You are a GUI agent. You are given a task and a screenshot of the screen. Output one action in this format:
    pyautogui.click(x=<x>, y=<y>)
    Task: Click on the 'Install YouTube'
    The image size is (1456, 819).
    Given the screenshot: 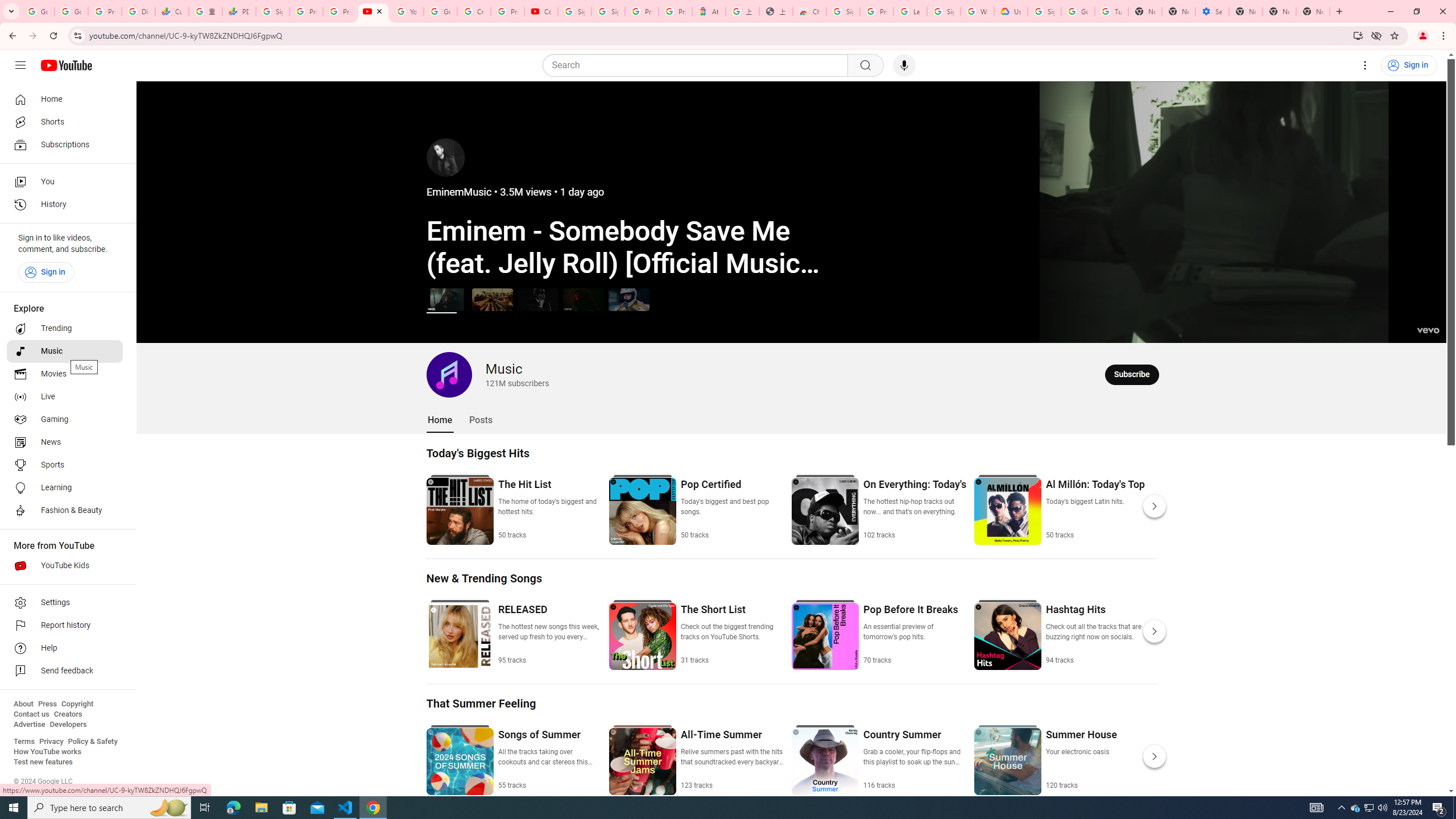 What is the action you would take?
    pyautogui.click(x=1358, y=35)
    